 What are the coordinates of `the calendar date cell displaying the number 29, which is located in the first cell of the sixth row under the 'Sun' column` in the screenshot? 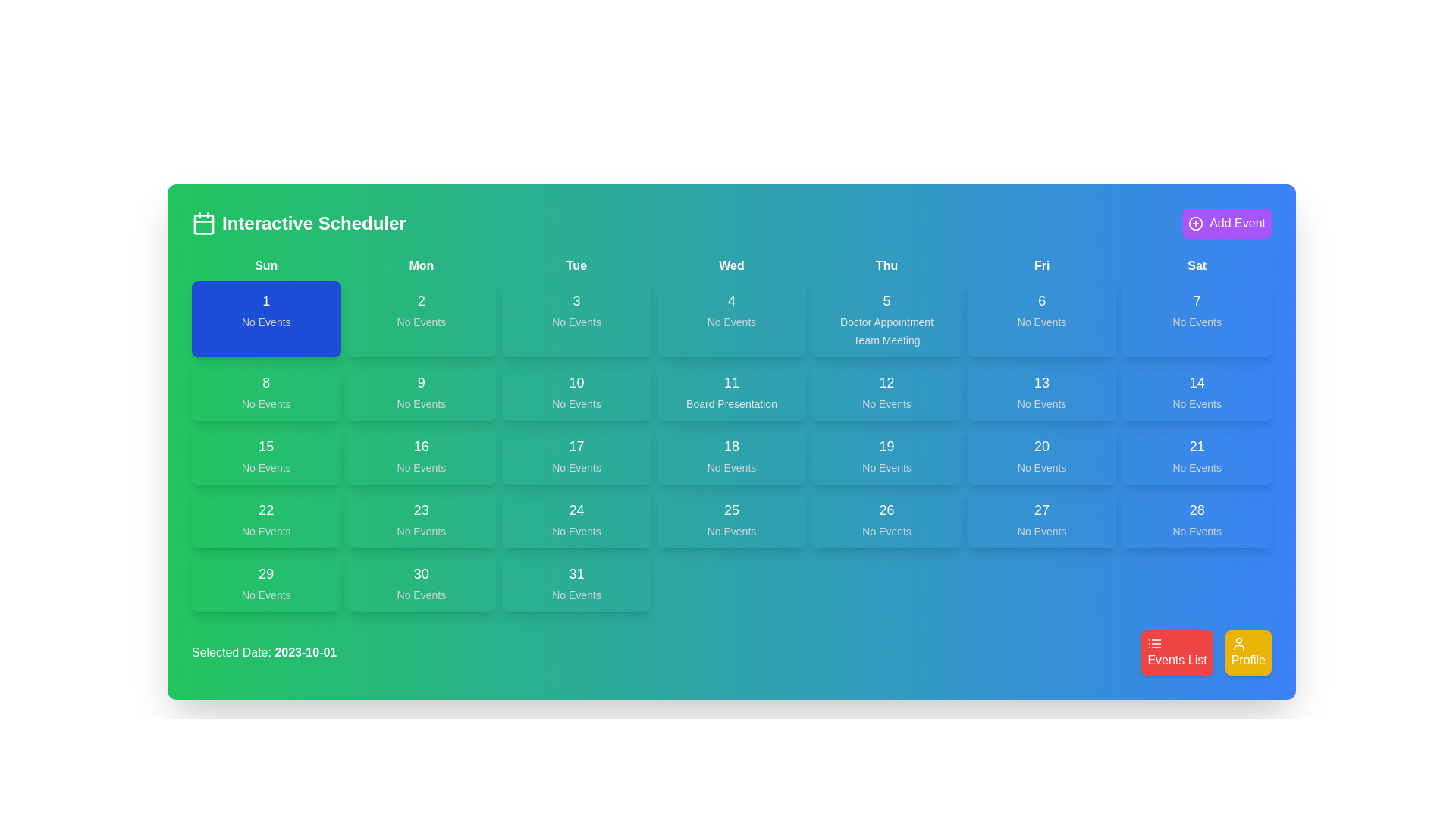 It's located at (266, 582).